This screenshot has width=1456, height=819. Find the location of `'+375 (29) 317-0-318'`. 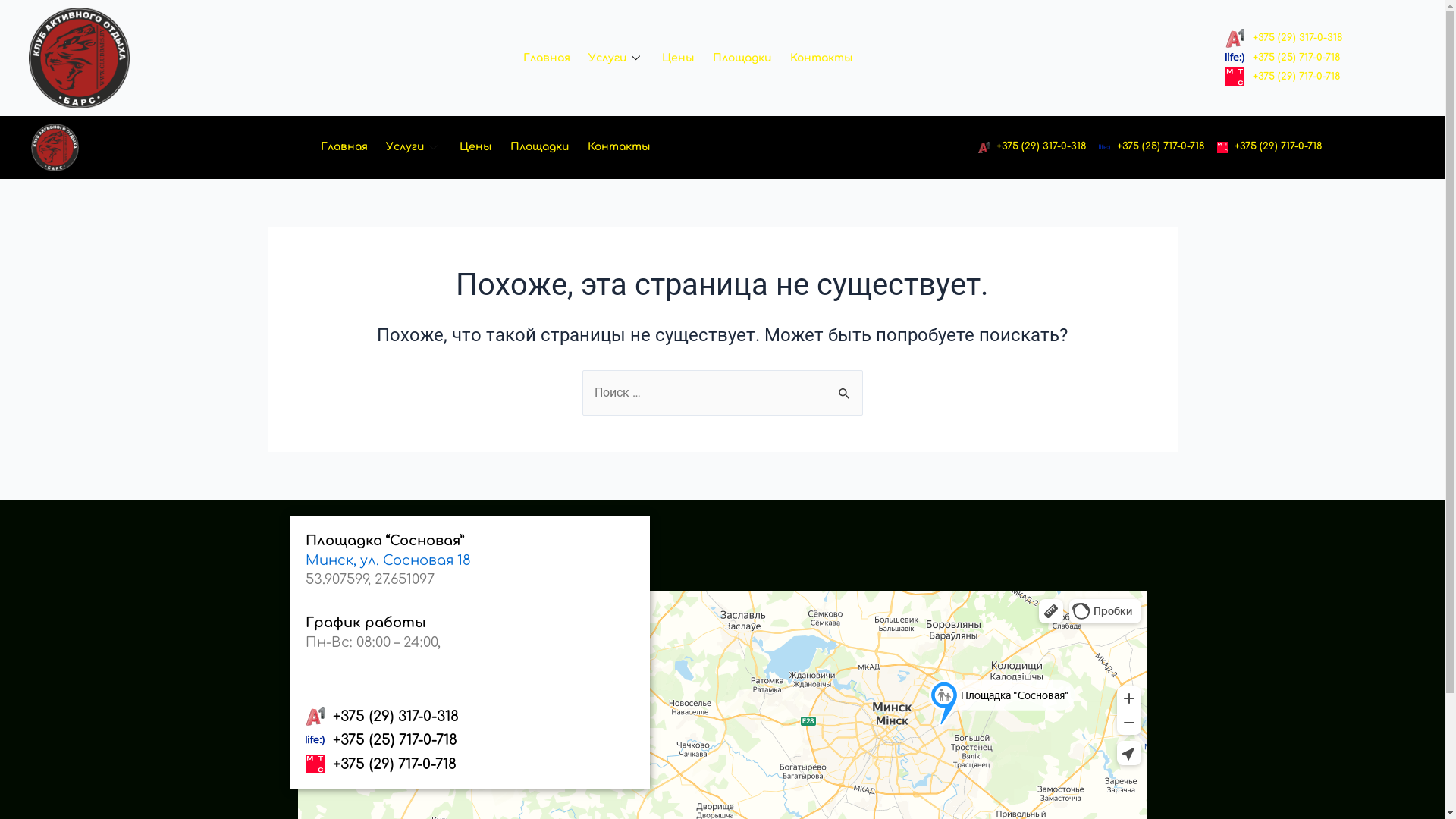

'+375 (29) 317-0-318' is located at coordinates (1283, 37).